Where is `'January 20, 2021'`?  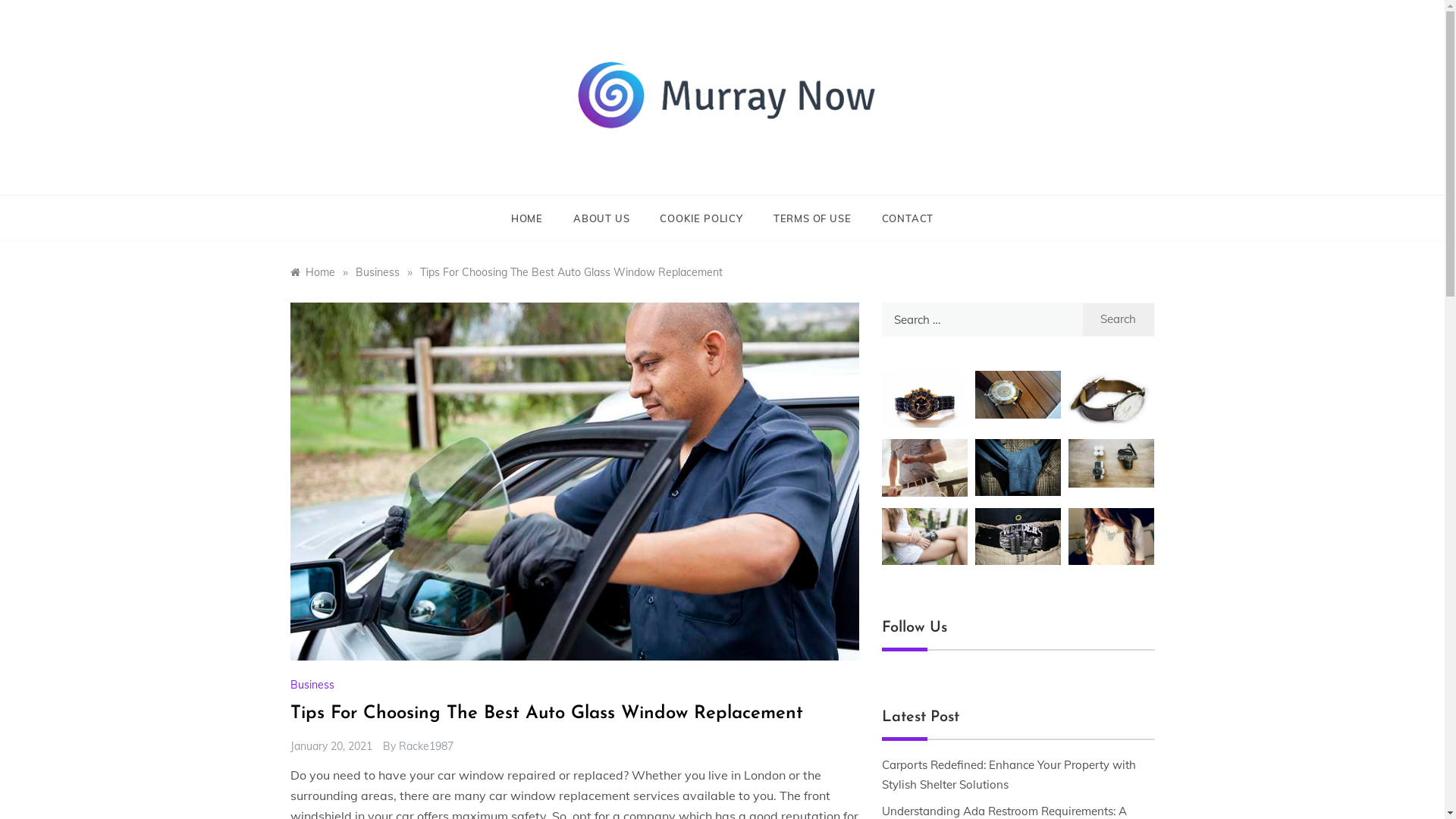
'January 20, 2021' is located at coordinates (330, 745).